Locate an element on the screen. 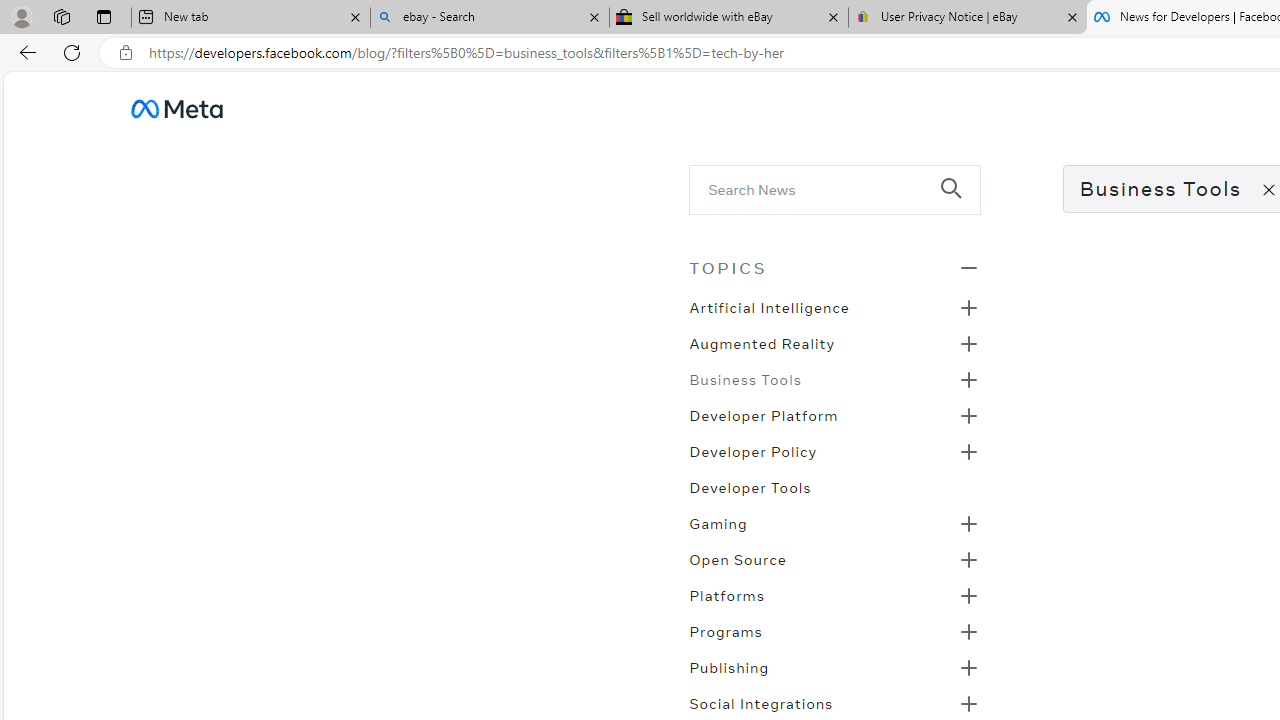 The image size is (1280, 720). 'Class: _58al' is located at coordinates (821, 189).